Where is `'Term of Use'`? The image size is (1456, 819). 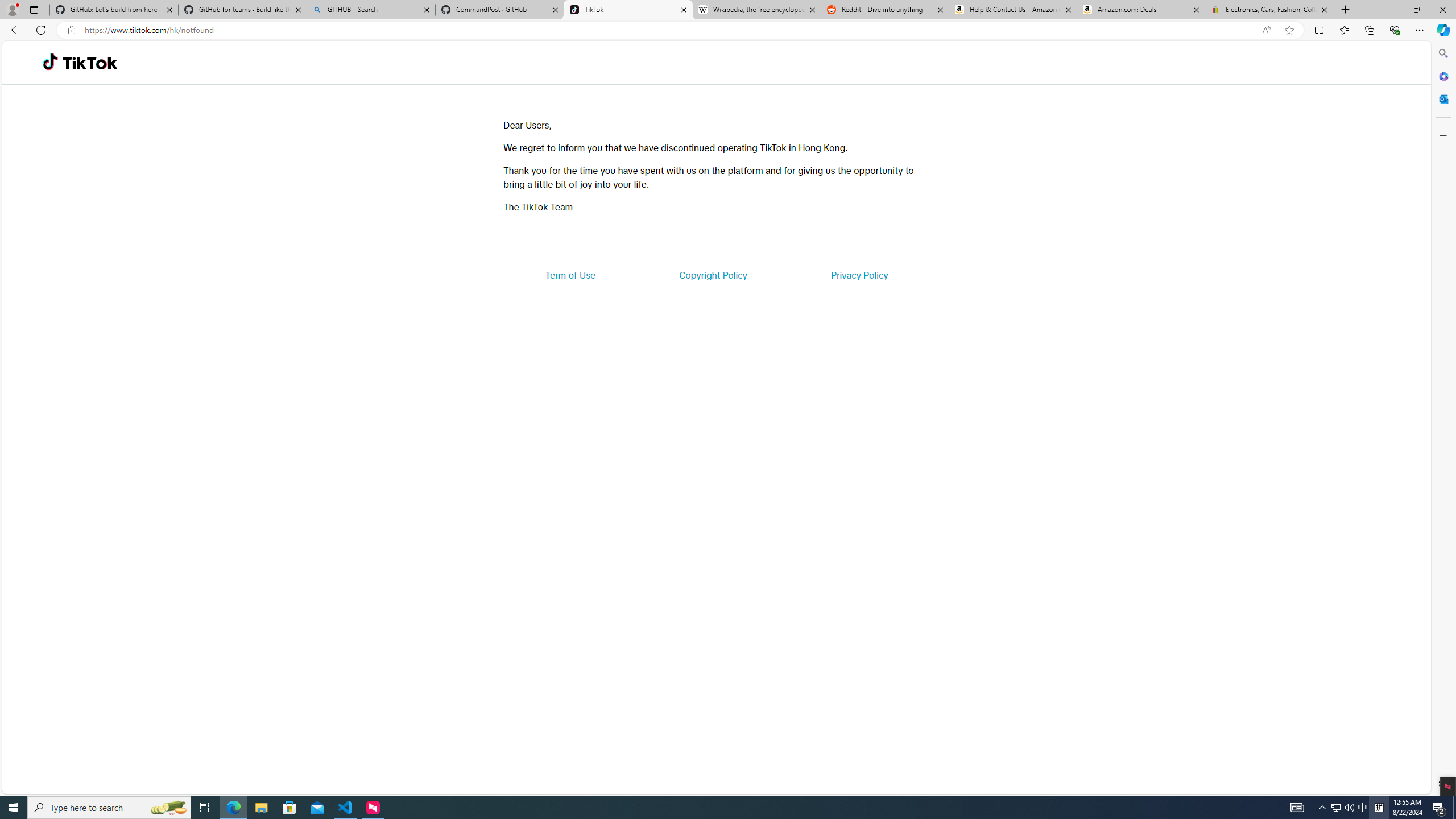
'Term of Use' is located at coordinates (570, 274).